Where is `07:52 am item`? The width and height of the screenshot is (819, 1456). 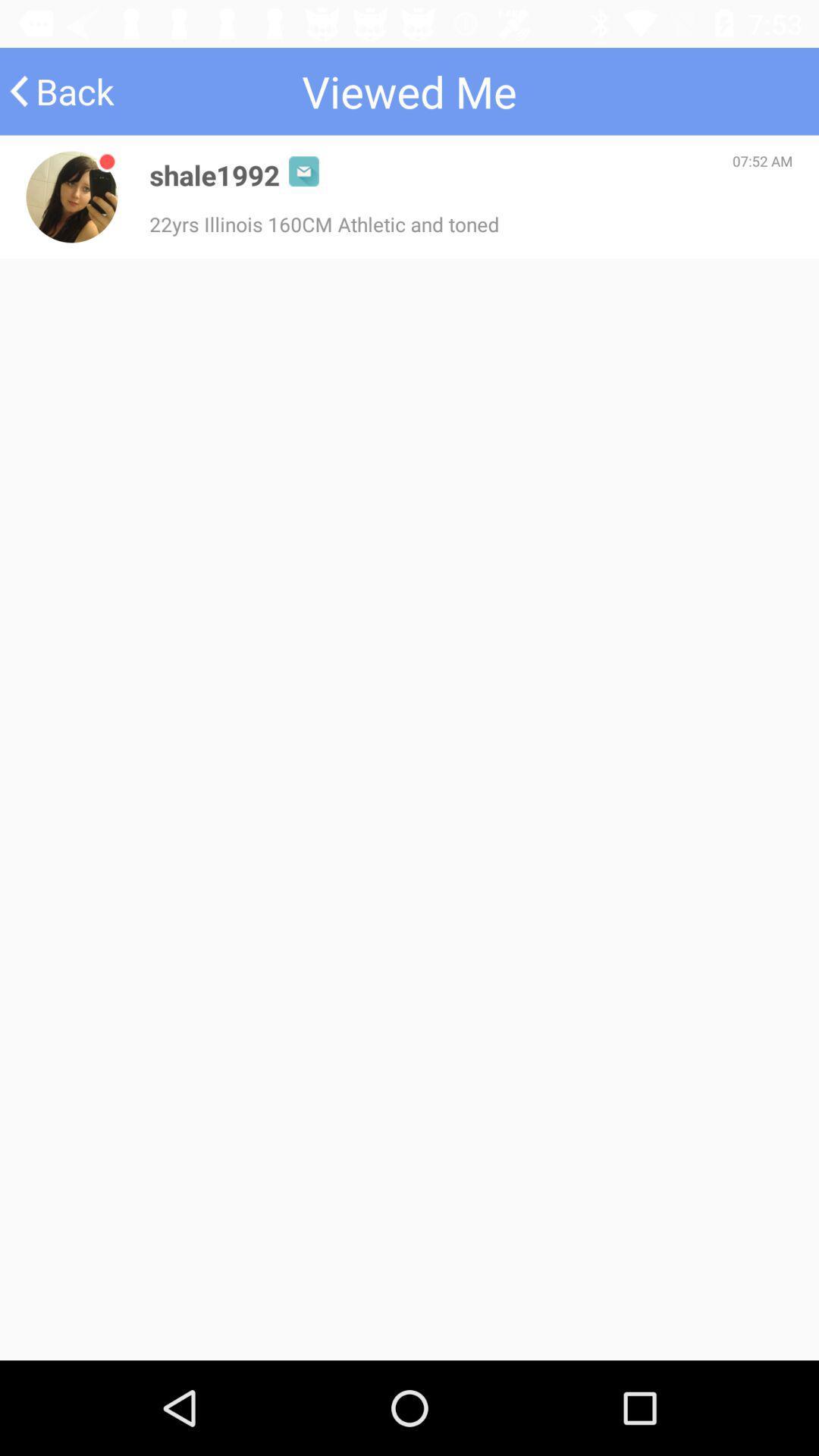
07:52 am item is located at coordinates (762, 161).